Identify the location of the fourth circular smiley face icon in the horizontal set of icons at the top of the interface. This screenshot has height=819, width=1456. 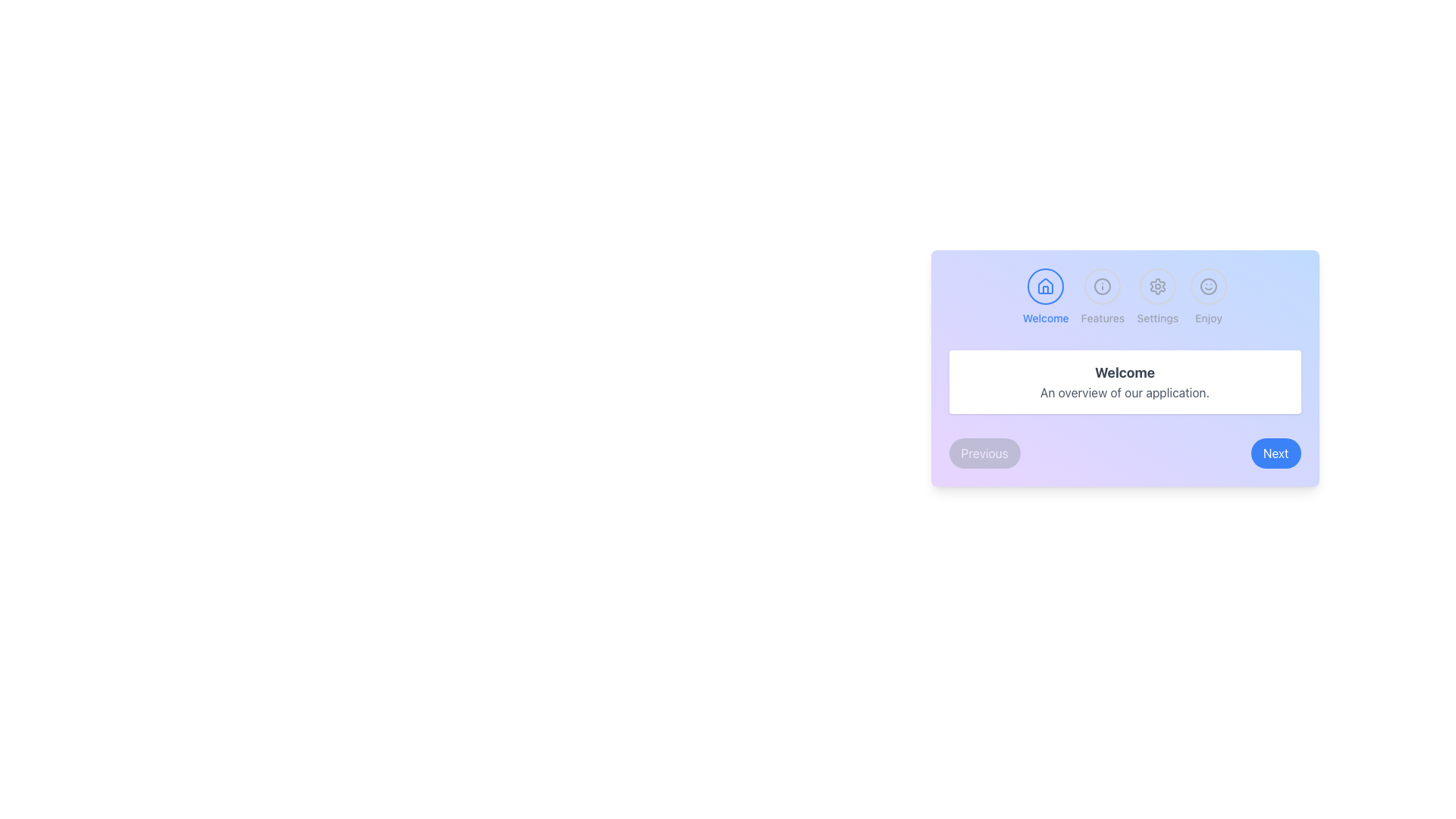
(1208, 287).